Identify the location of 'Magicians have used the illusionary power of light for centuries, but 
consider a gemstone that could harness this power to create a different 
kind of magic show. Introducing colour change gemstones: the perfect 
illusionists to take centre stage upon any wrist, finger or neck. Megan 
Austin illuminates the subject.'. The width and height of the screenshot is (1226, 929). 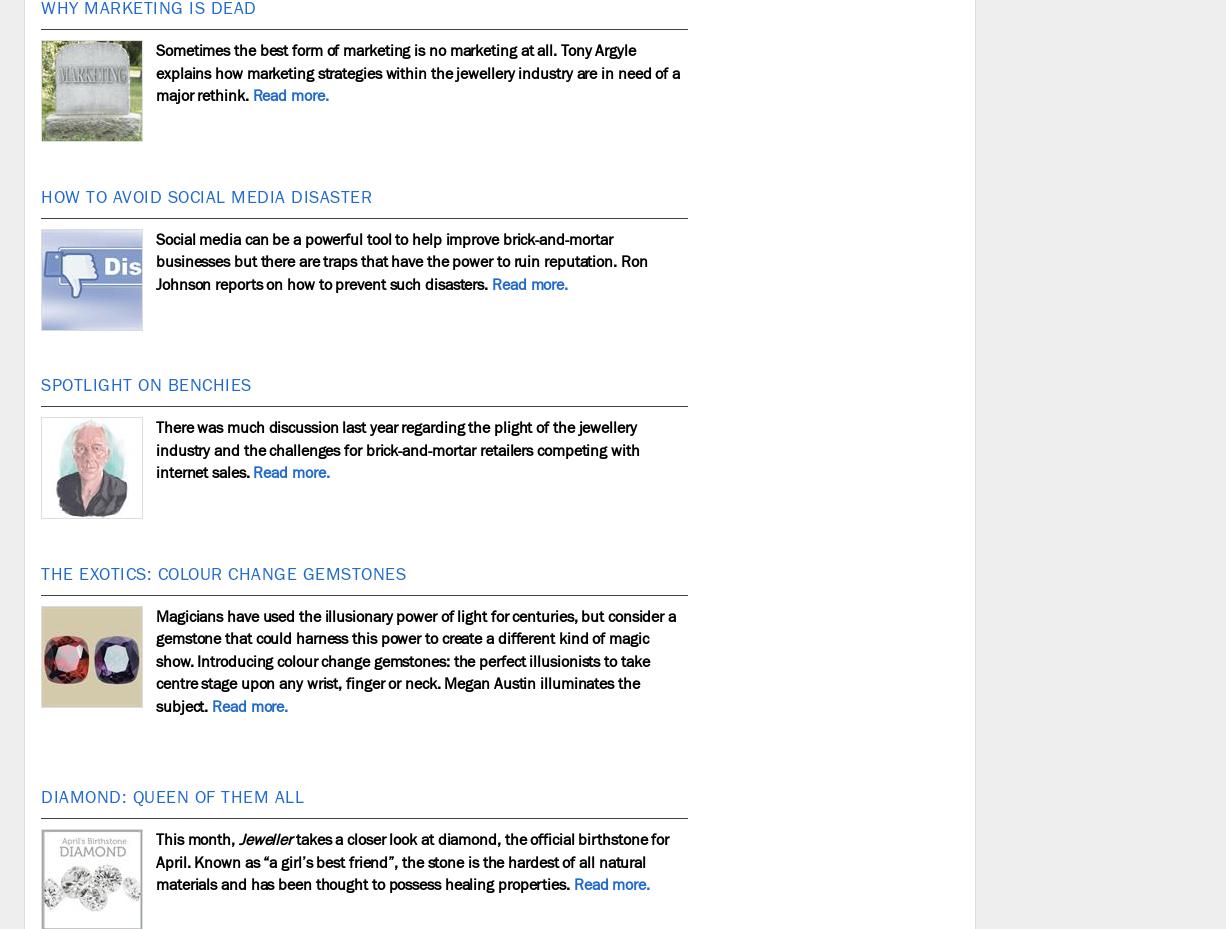
(415, 660).